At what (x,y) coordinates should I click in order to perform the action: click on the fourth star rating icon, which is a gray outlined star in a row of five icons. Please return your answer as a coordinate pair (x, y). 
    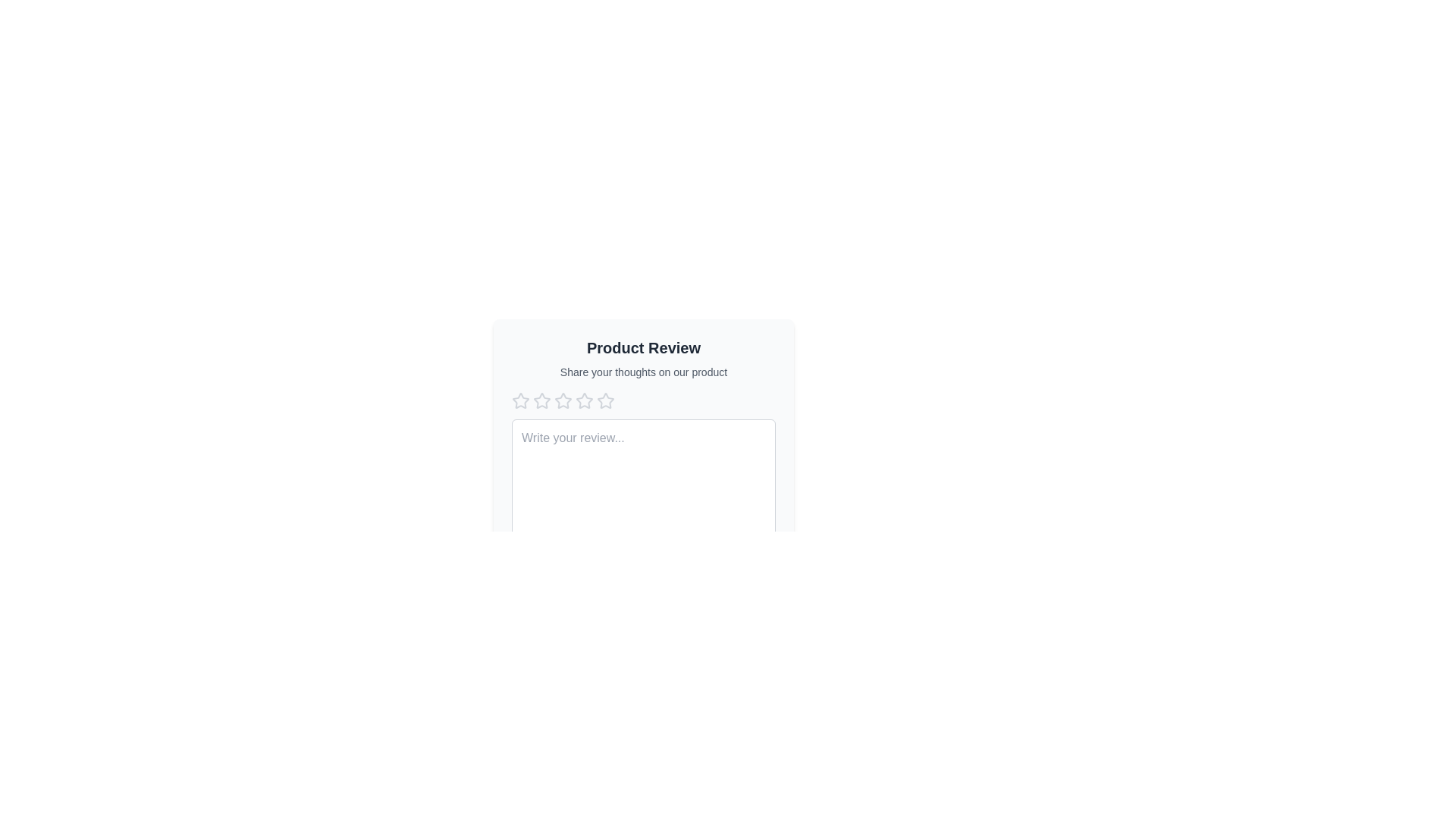
    Looking at the image, I should click on (563, 400).